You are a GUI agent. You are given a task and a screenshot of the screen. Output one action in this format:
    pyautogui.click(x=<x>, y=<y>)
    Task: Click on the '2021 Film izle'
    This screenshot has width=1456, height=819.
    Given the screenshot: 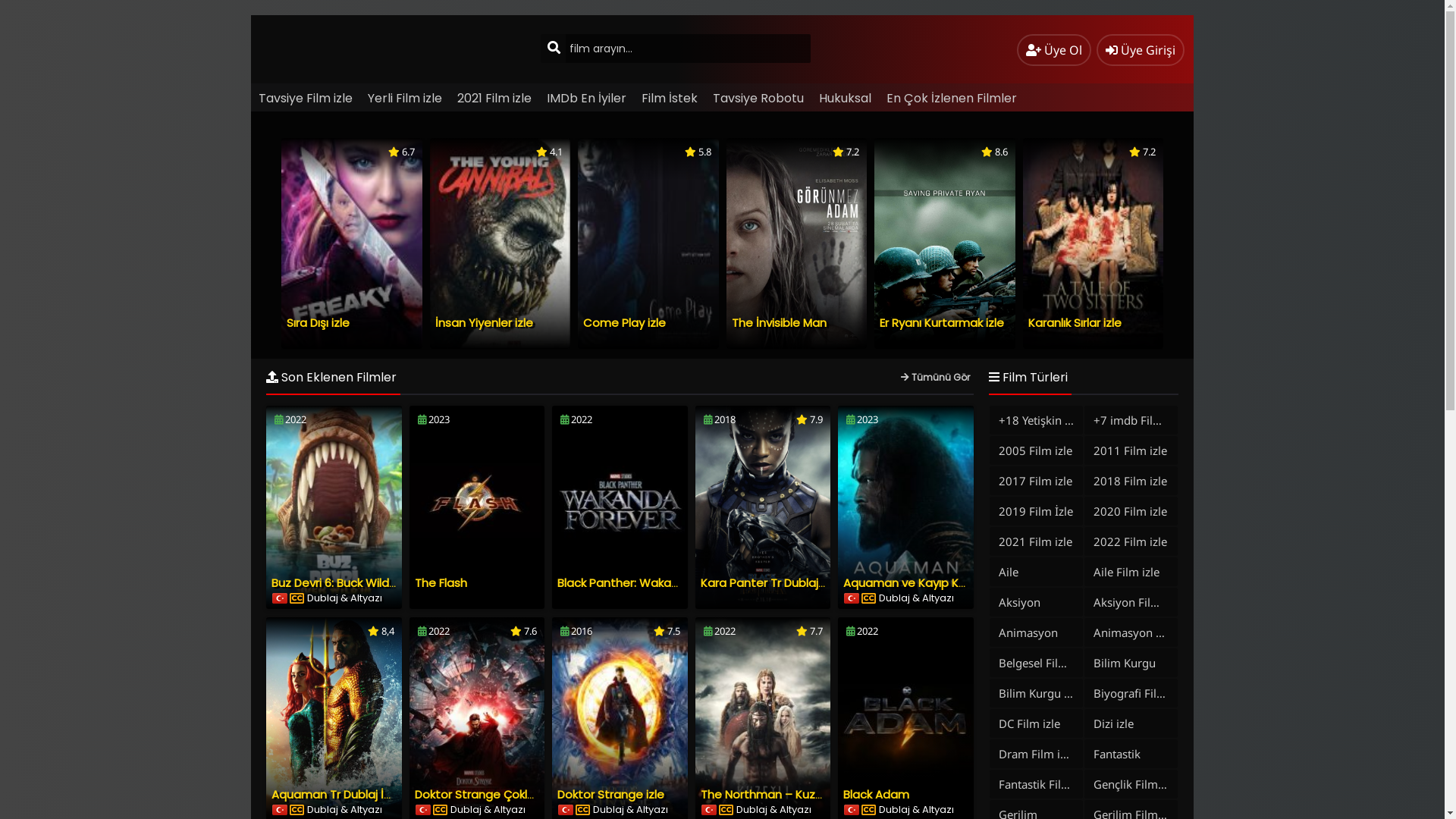 What is the action you would take?
    pyautogui.click(x=1035, y=540)
    